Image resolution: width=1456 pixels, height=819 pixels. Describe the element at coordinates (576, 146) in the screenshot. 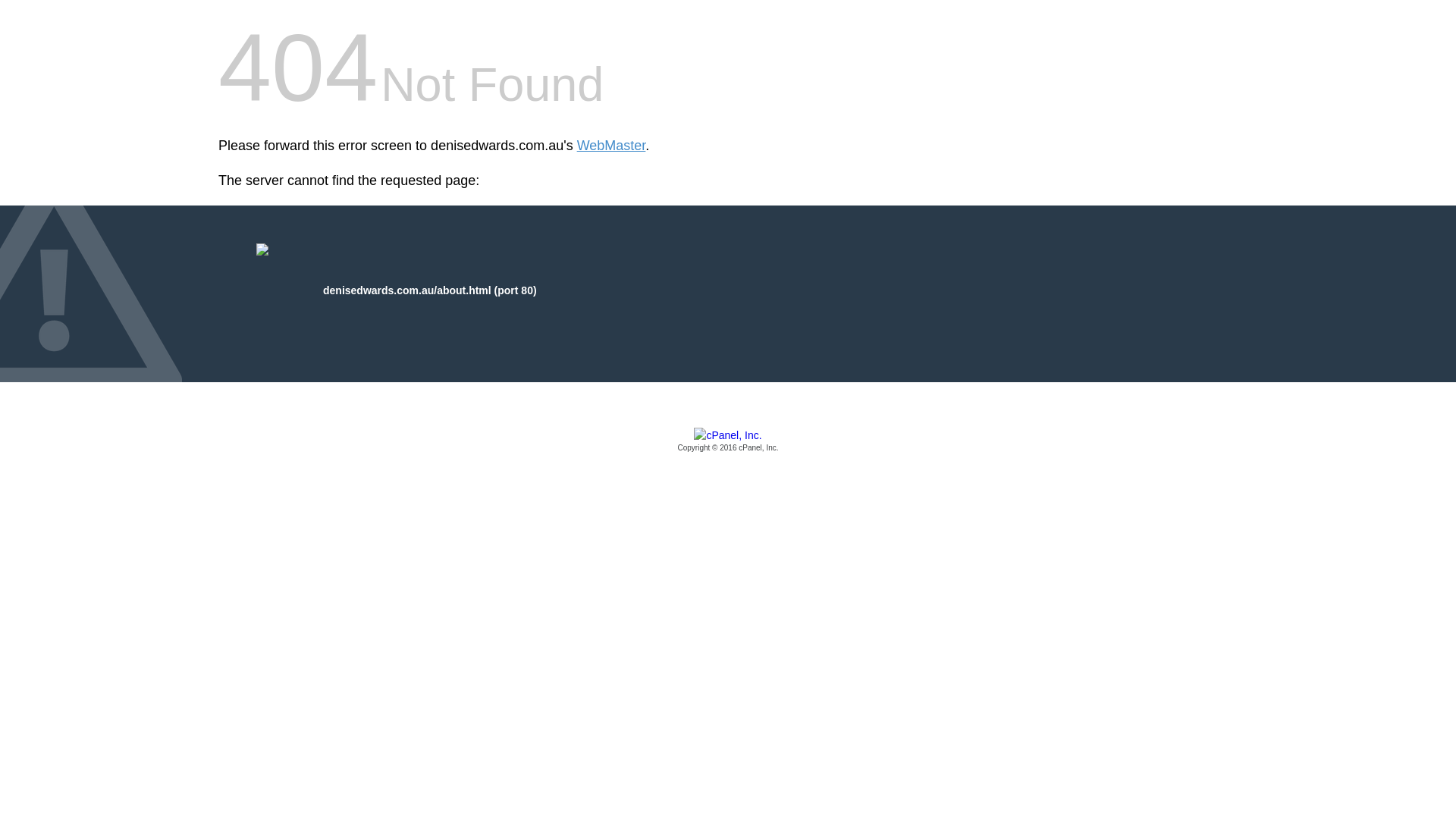

I see `'WebMaster'` at that location.